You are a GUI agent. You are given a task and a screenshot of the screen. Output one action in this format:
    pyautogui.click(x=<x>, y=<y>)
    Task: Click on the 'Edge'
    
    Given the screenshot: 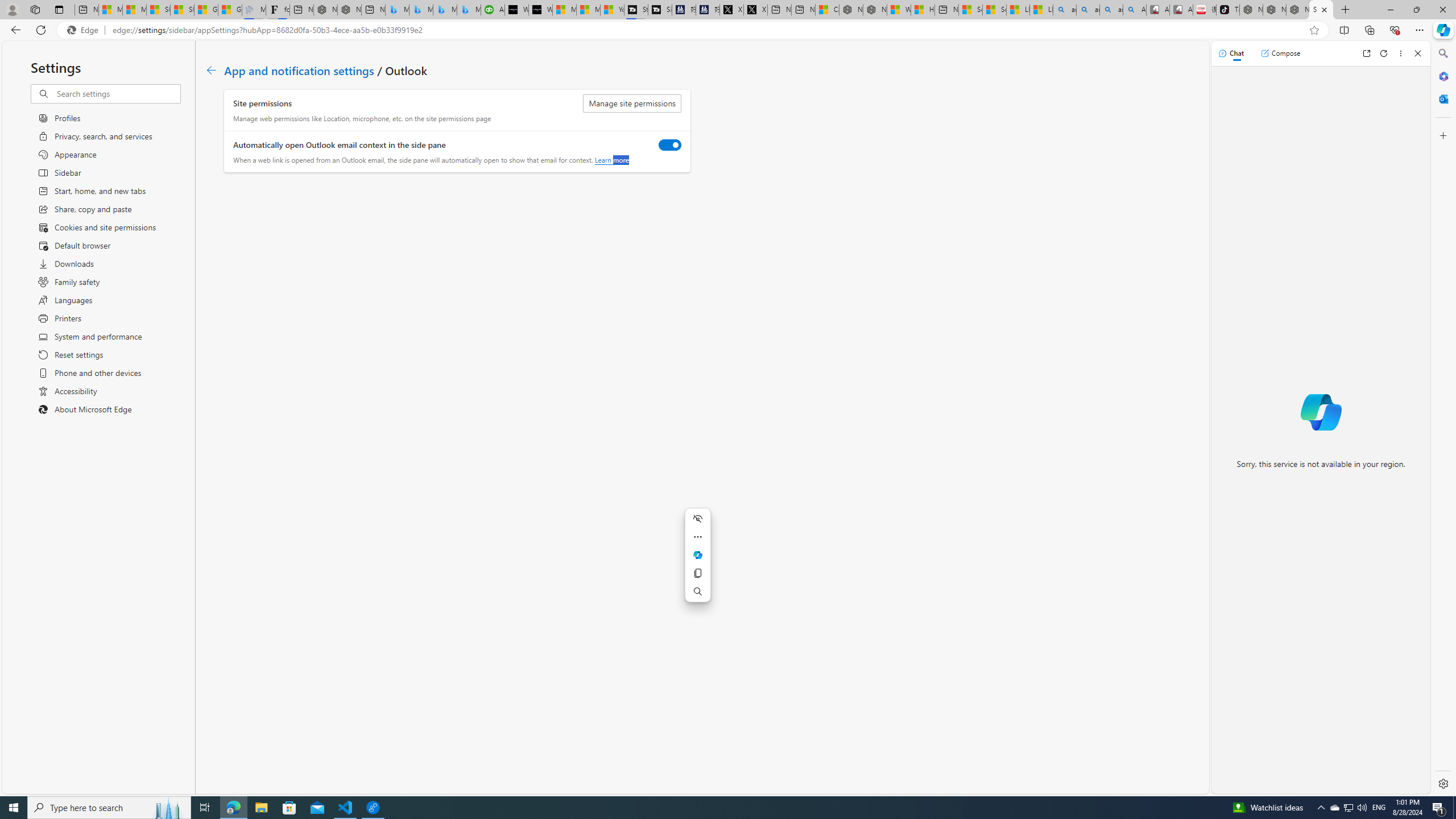 What is the action you would take?
    pyautogui.click(x=84, y=30)
    